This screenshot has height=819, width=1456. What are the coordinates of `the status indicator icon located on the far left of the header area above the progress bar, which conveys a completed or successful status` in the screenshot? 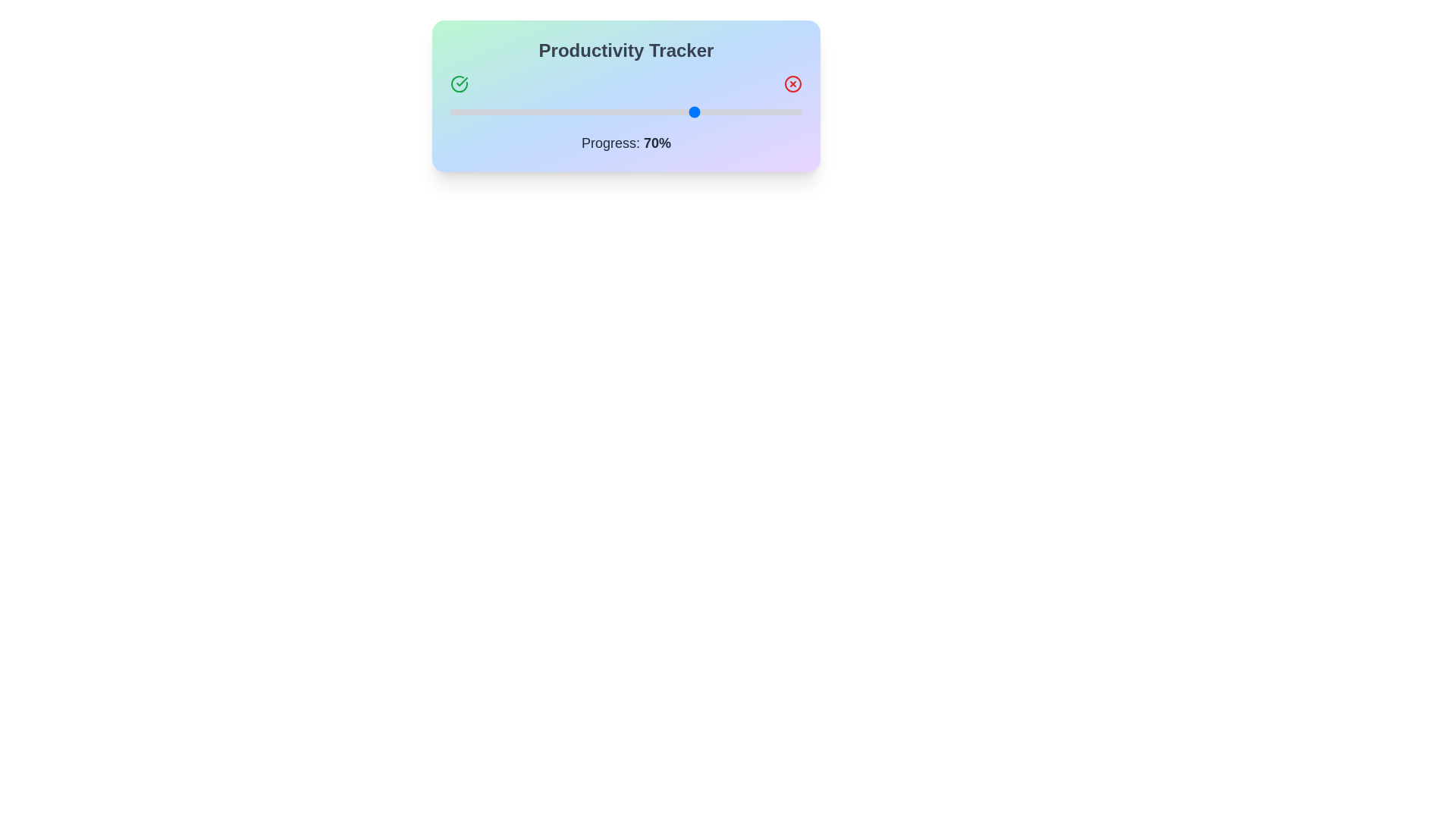 It's located at (458, 84).